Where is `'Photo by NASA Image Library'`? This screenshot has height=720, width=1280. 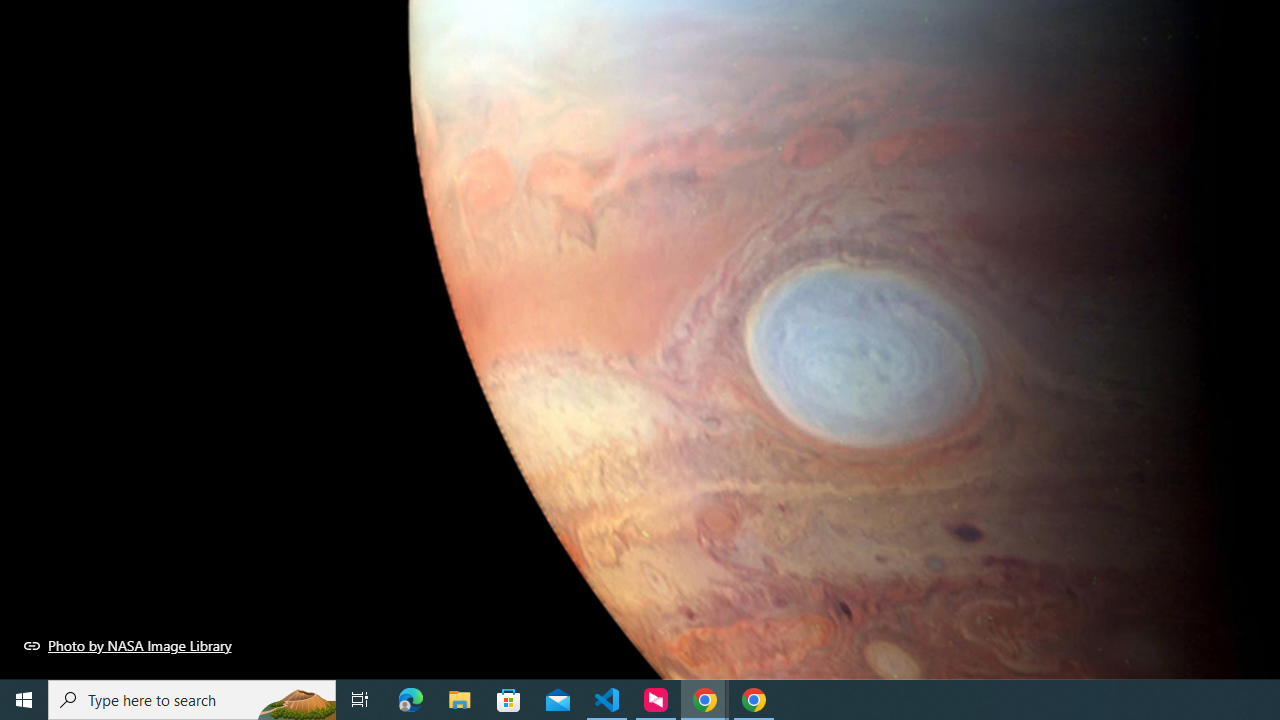 'Photo by NASA Image Library' is located at coordinates (127, 645).